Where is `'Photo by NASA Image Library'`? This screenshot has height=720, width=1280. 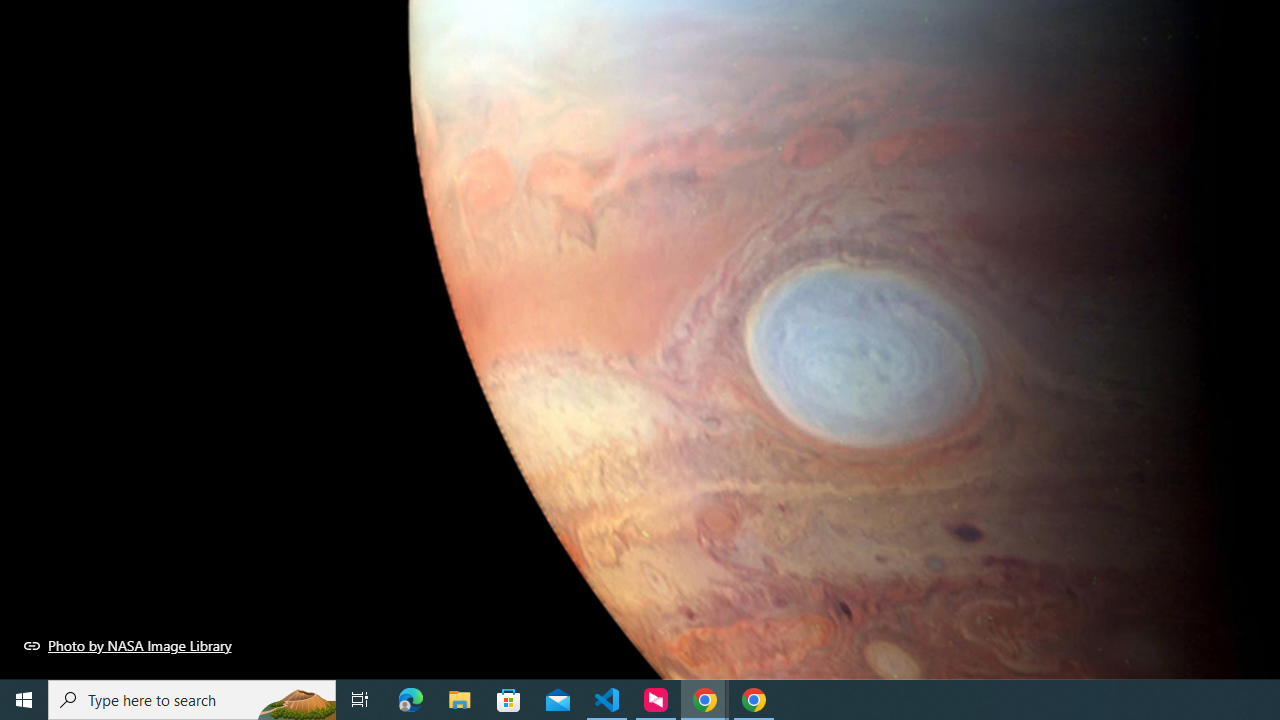 'Photo by NASA Image Library' is located at coordinates (127, 645).